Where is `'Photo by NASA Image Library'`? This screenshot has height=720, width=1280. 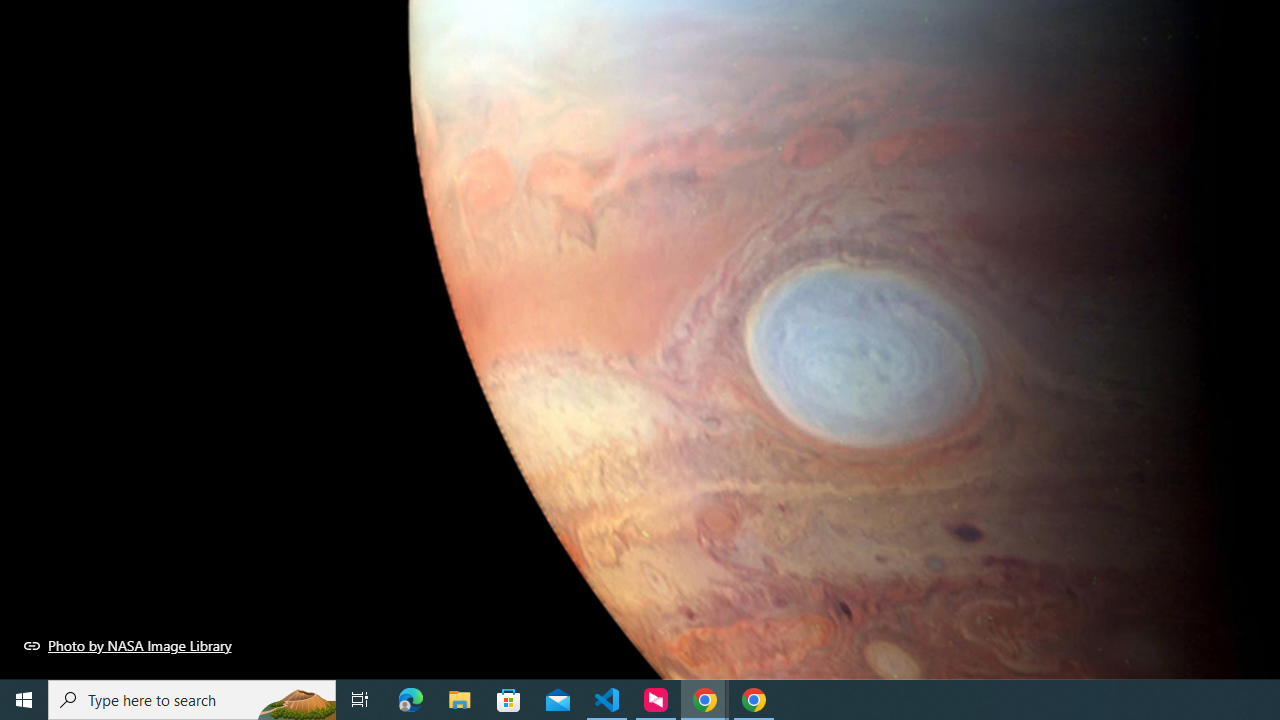 'Photo by NASA Image Library' is located at coordinates (127, 645).